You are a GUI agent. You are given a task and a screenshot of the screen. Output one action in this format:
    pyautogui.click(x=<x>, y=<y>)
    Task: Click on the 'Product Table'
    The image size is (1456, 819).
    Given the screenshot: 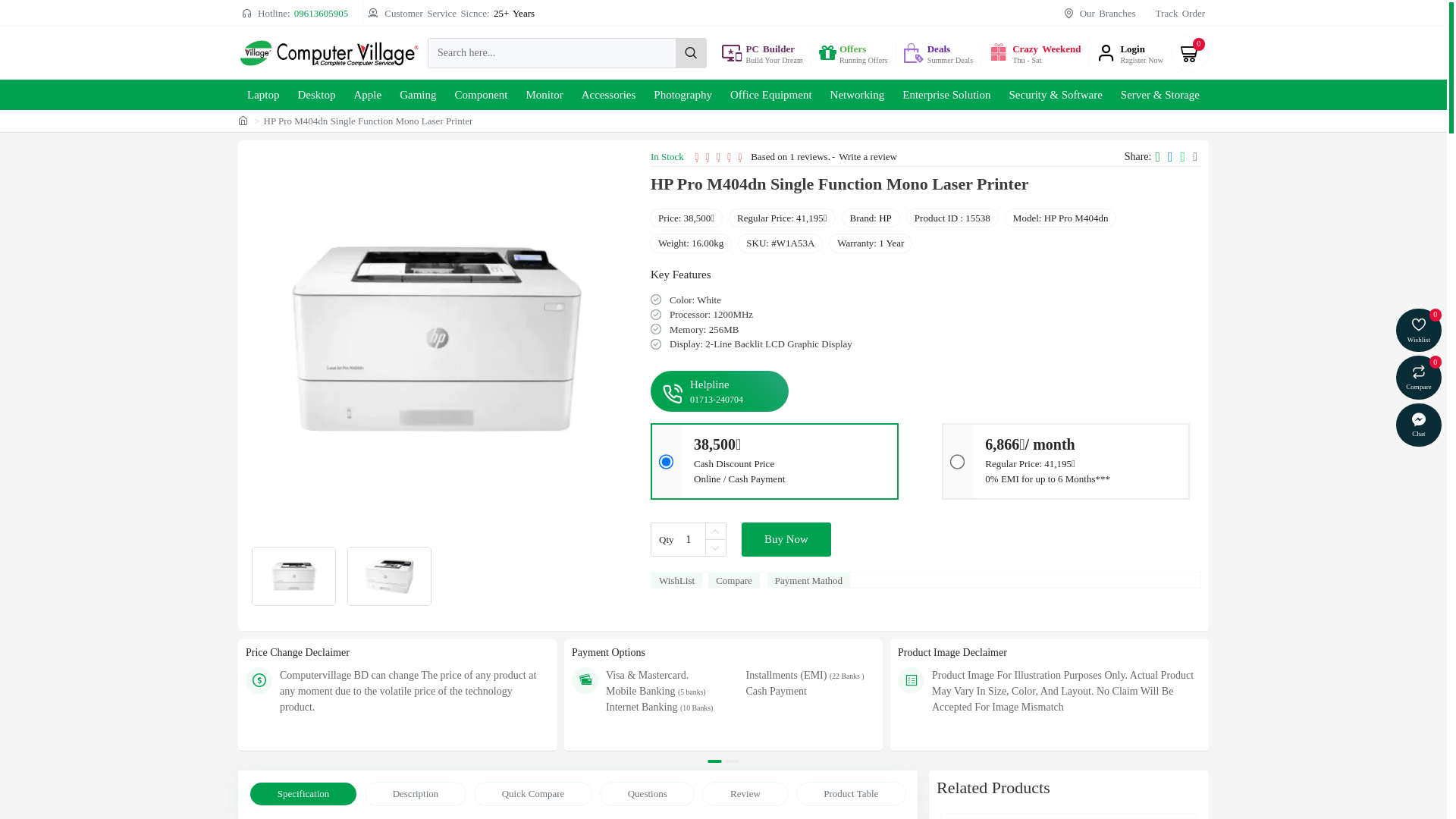 What is the action you would take?
    pyautogui.click(x=852, y=792)
    